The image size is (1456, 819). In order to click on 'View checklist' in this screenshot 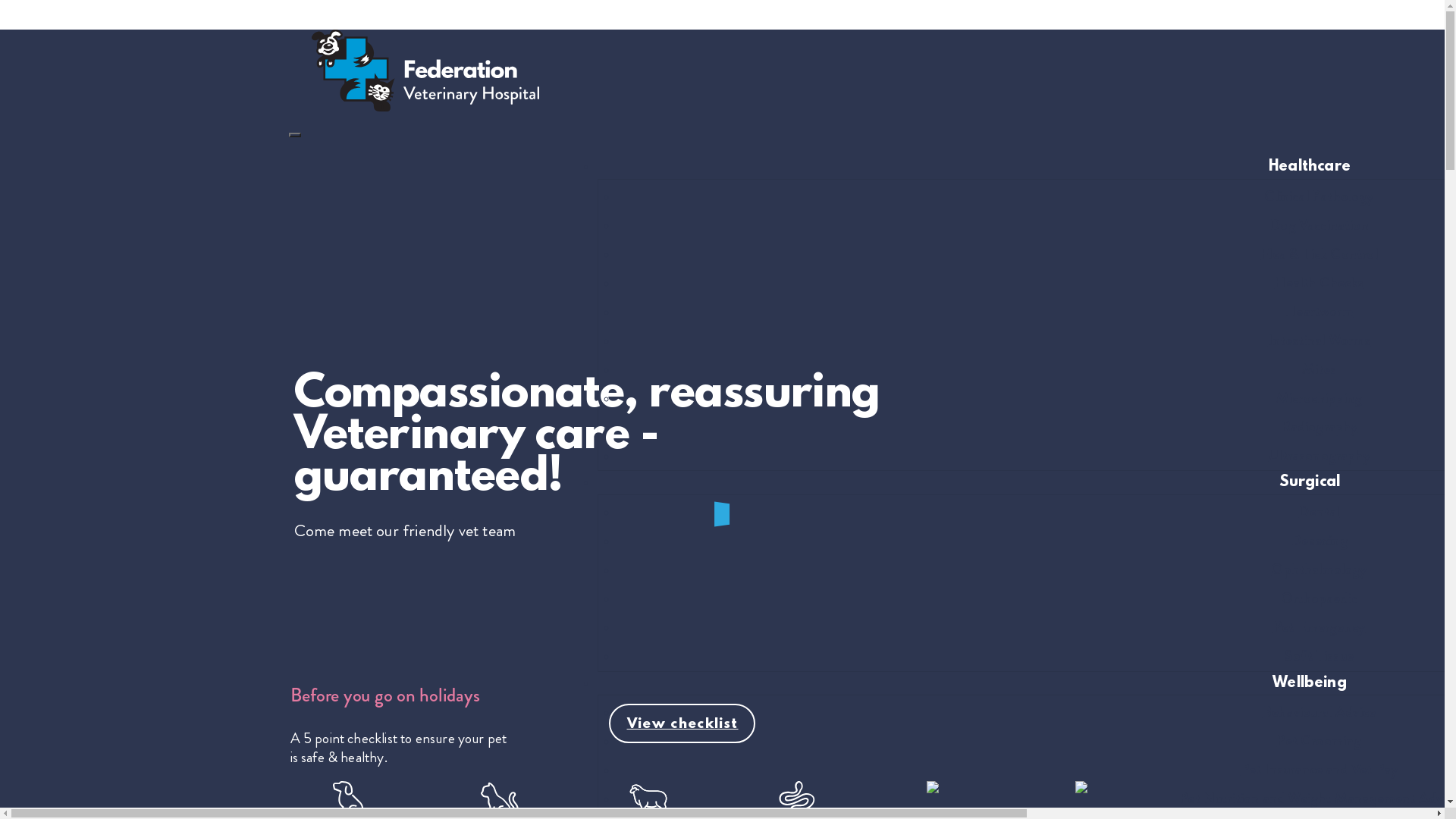, I will do `click(607, 722)`.